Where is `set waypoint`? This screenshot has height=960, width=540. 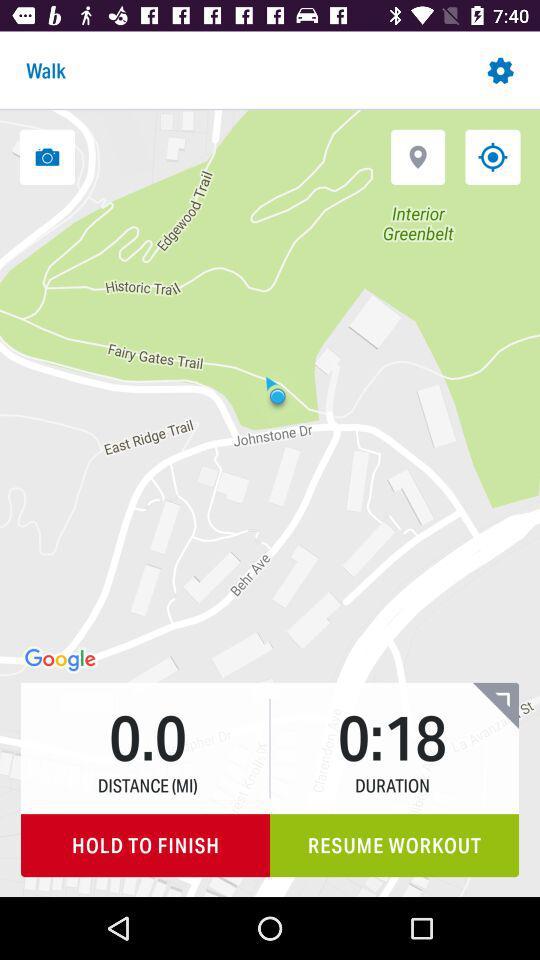 set waypoint is located at coordinates (417, 156).